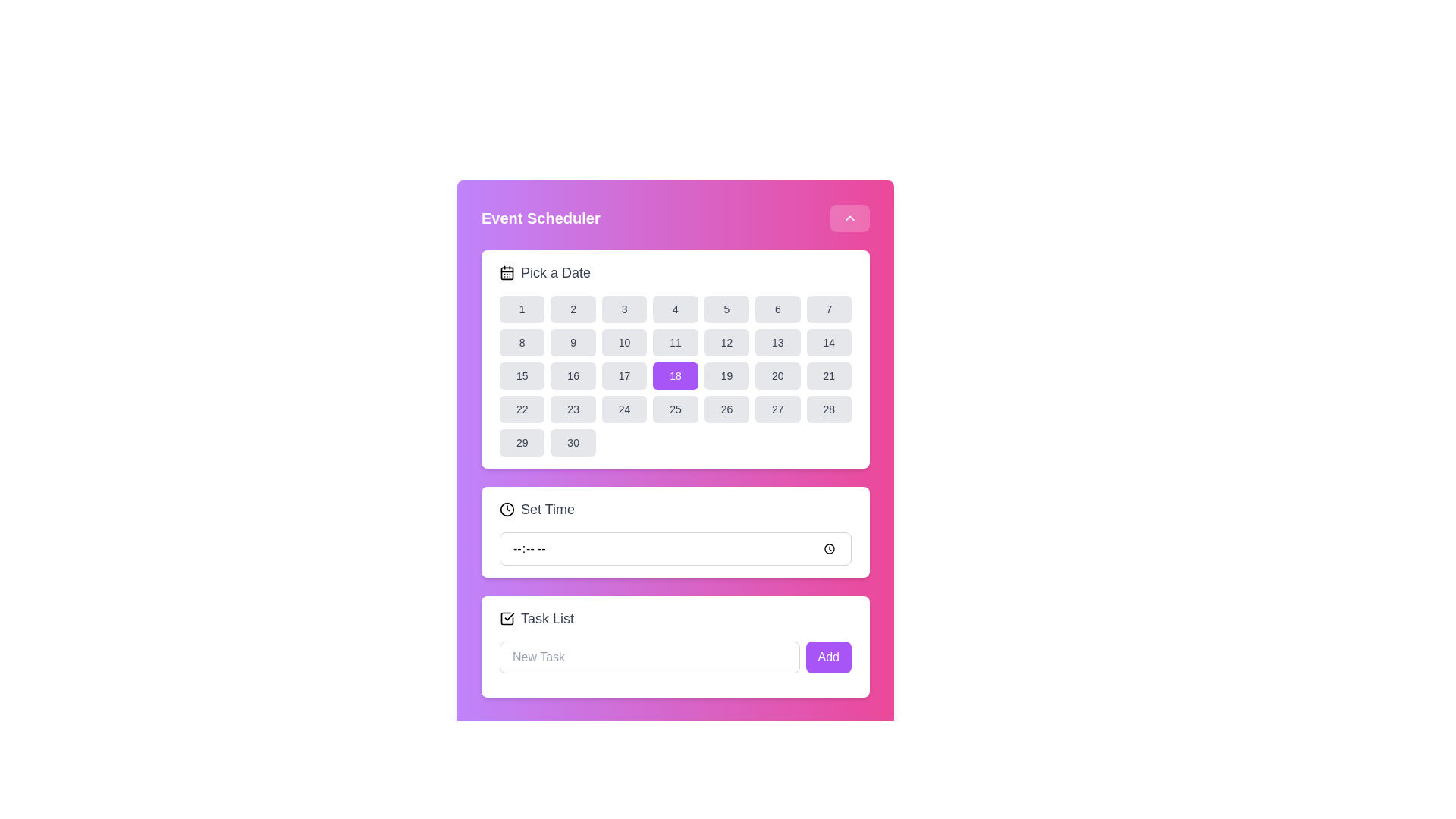  Describe the element at coordinates (522, 375) in the screenshot. I see `the button for selecting the 15th day` at that location.